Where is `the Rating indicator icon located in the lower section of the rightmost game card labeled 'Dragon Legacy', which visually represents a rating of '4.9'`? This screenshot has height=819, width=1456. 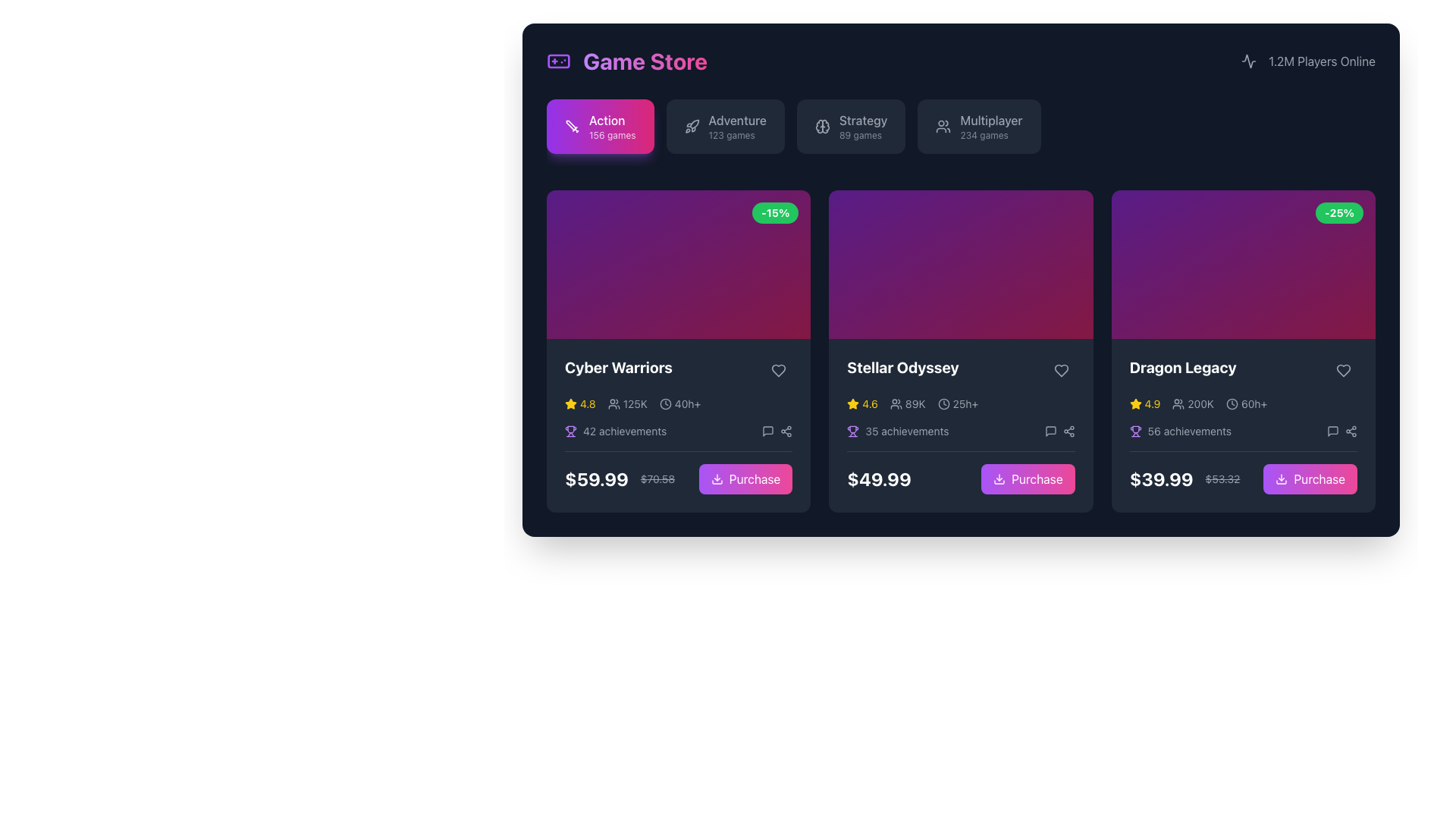 the Rating indicator icon located in the lower section of the rightmost game card labeled 'Dragon Legacy', which visually represents a rating of '4.9' is located at coordinates (1135, 403).